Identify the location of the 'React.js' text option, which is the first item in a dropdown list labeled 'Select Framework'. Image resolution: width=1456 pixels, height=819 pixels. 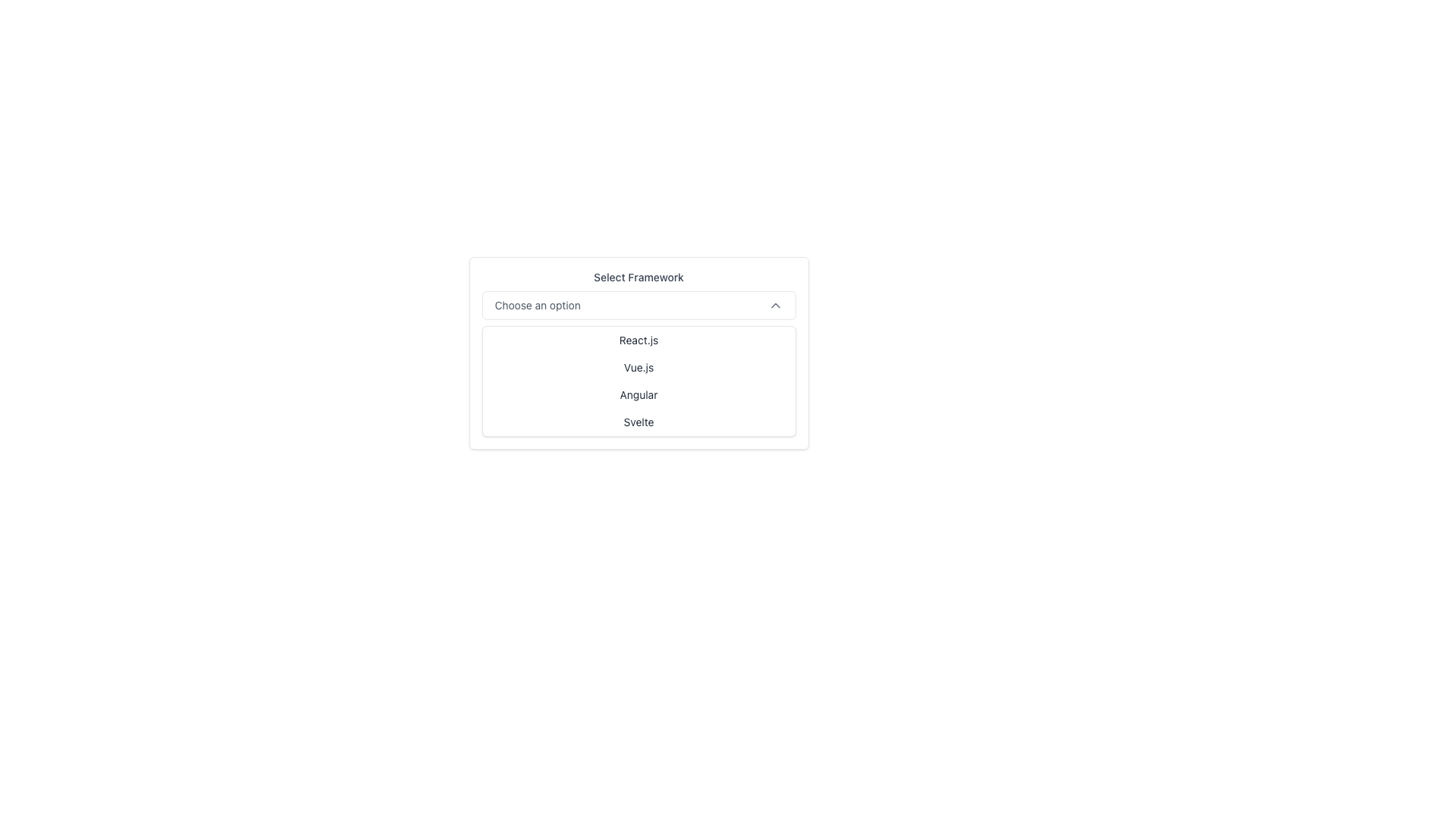
(639, 339).